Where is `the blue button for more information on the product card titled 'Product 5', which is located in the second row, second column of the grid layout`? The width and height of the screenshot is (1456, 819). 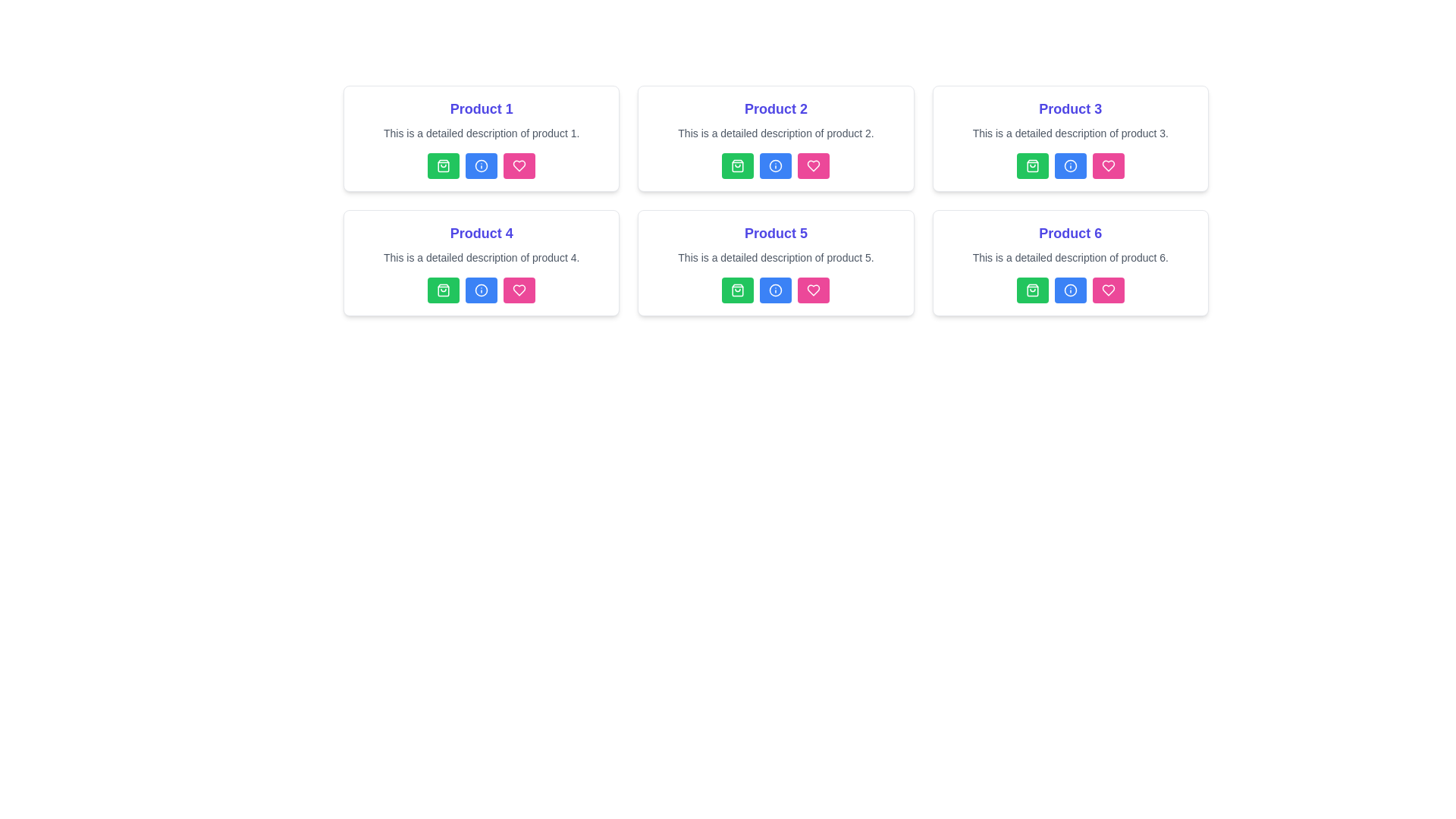
the blue button for more information on the product card titled 'Product 5', which is located in the second row, second column of the grid layout is located at coordinates (775, 262).